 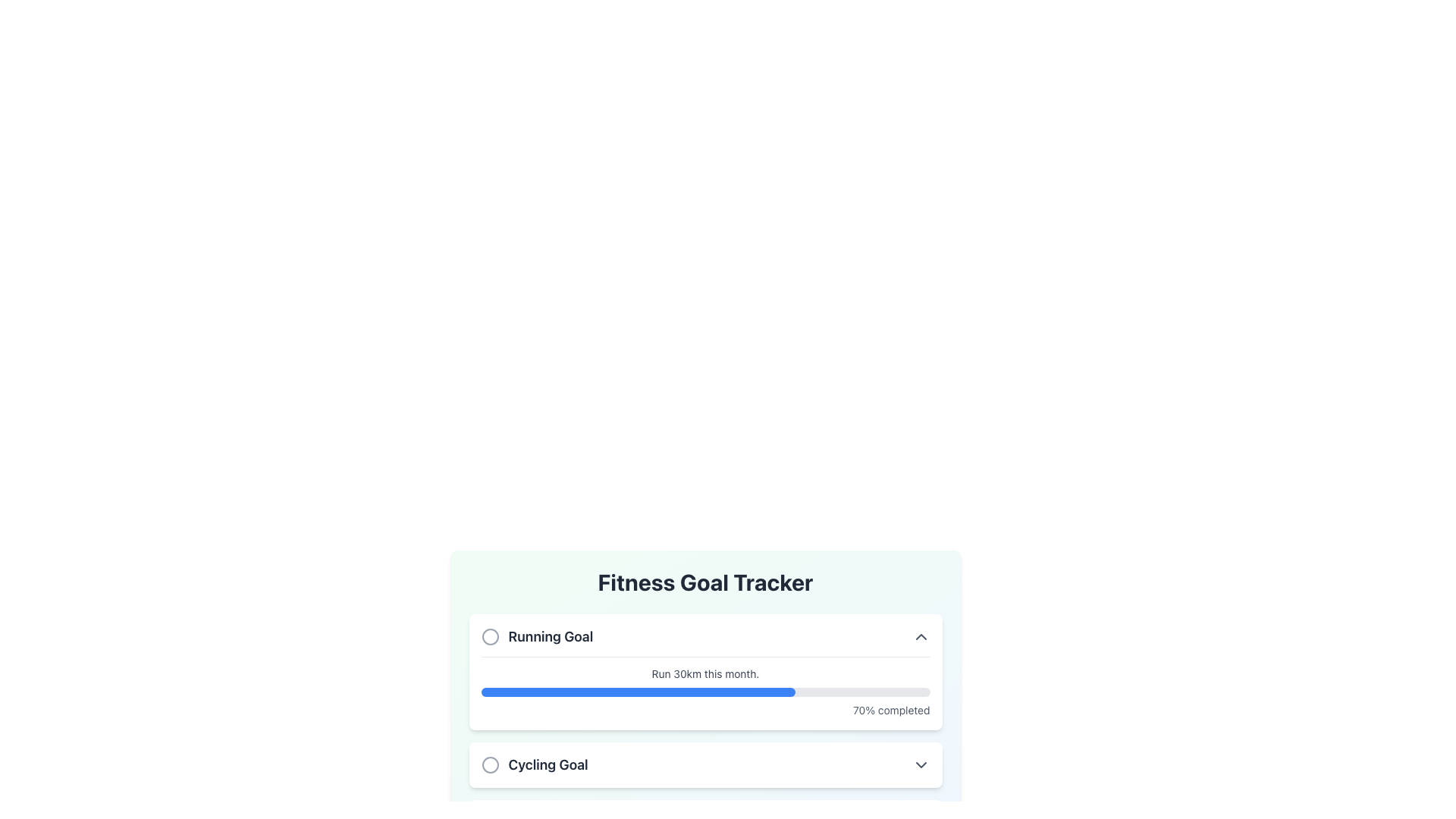 What do you see at coordinates (704, 637) in the screenshot?
I see `the adjacent icons in the Title section of the card that details a running goal, located at the top section of the card` at bounding box center [704, 637].